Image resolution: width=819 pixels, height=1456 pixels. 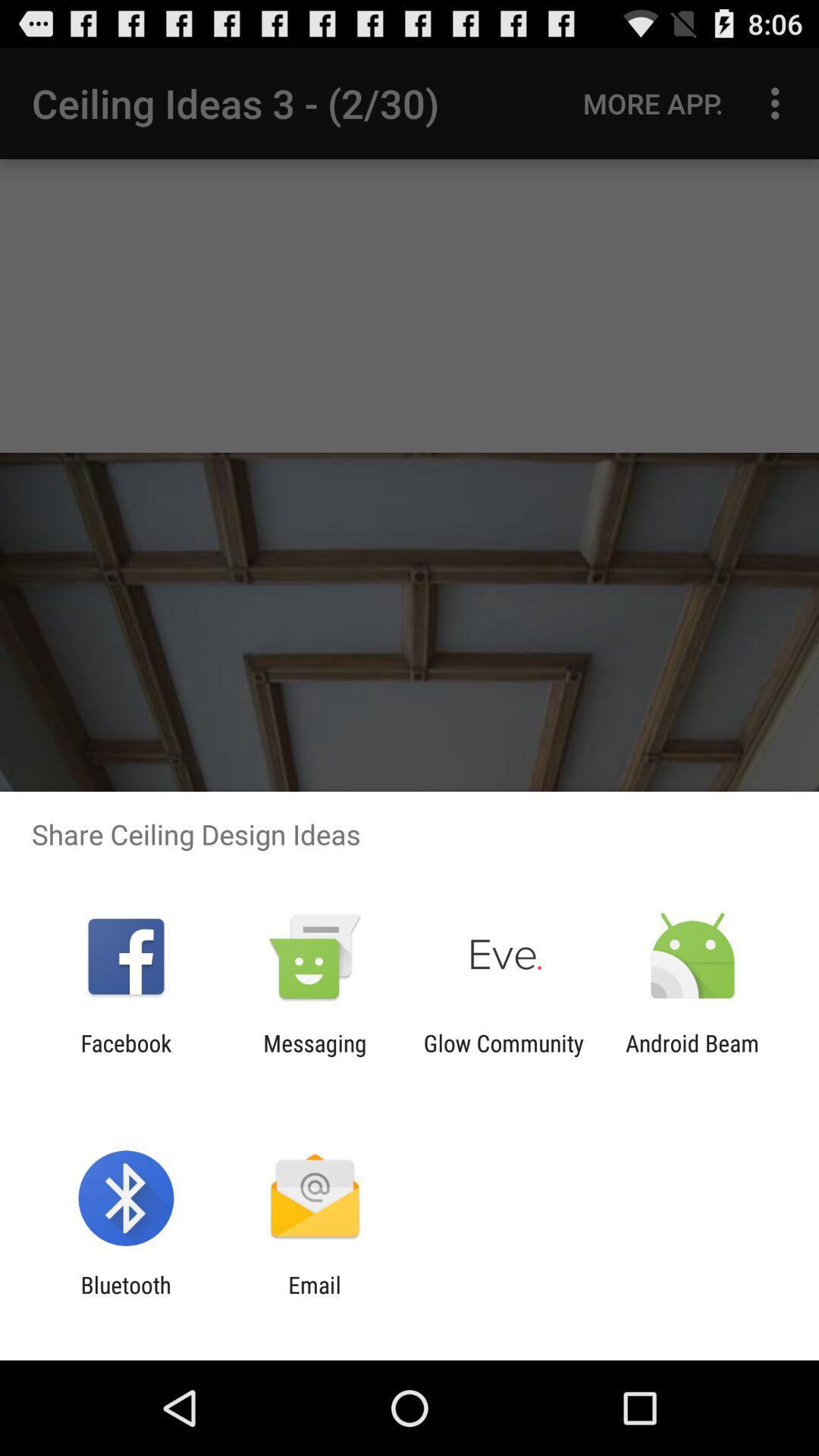 I want to click on android beam app, so click(x=692, y=1056).